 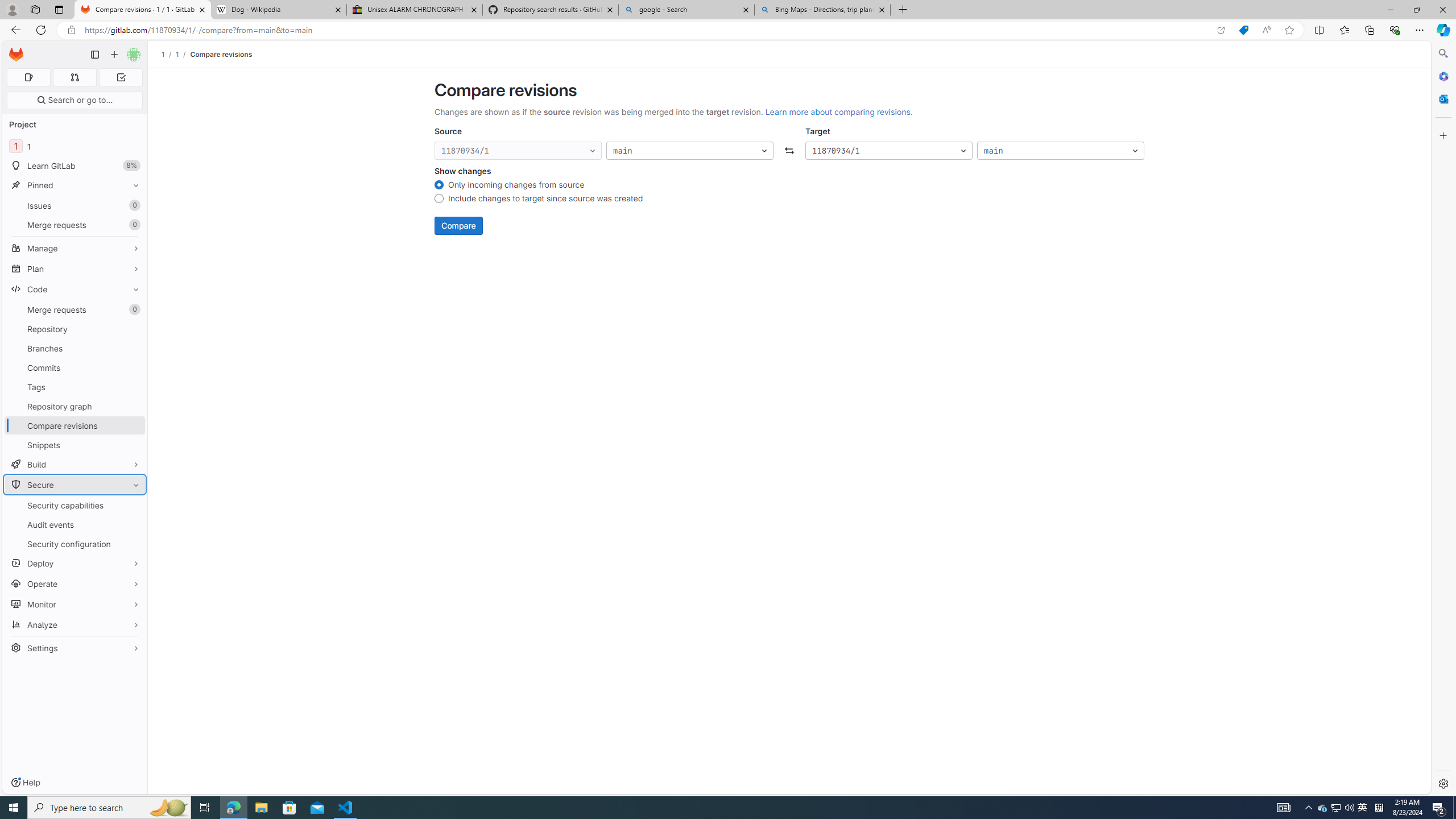 What do you see at coordinates (74, 166) in the screenshot?
I see `'Learn GitLab8%'` at bounding box center [74, 166].